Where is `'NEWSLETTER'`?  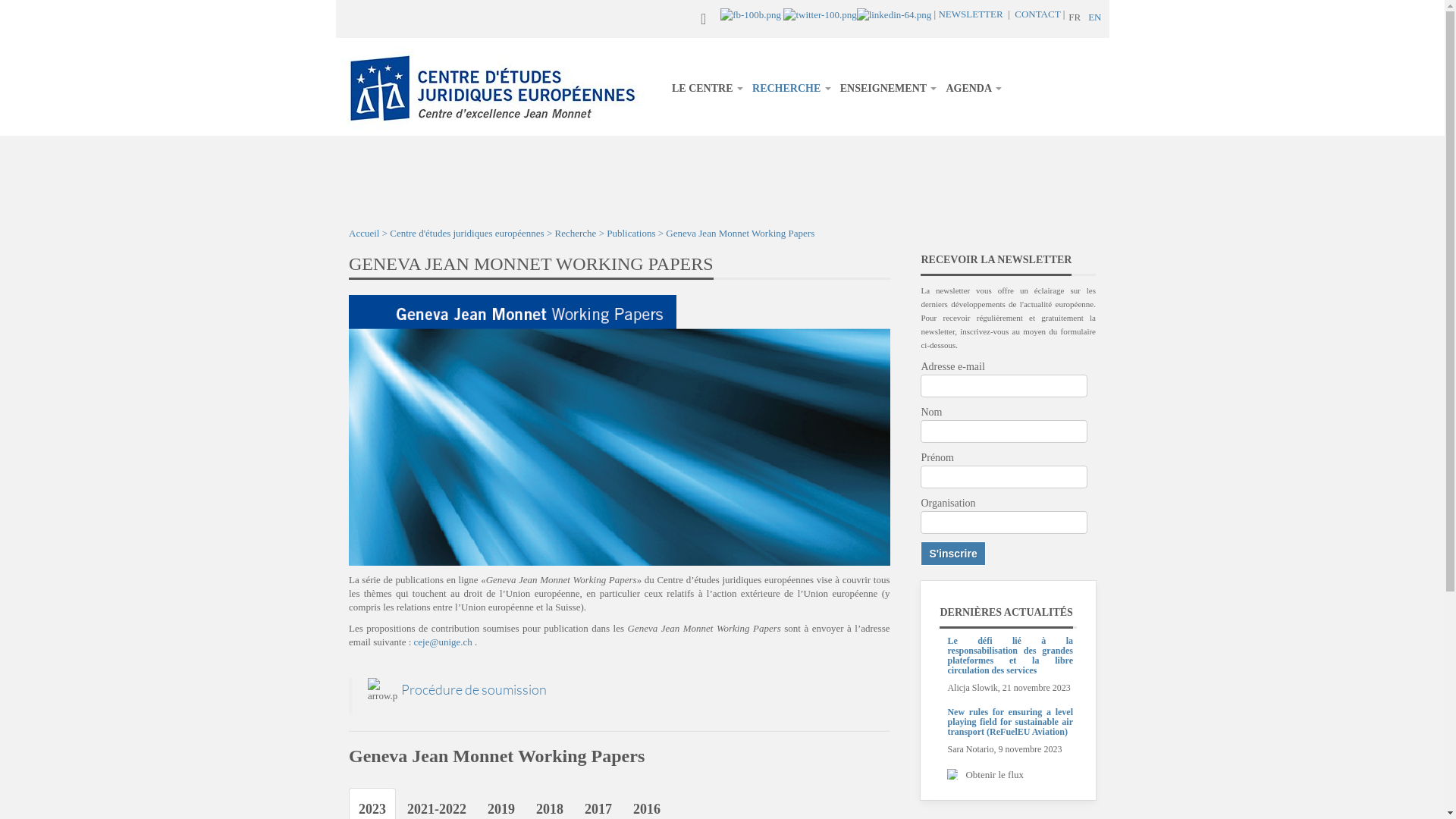 'NEWSLETTER' is located at coordinates (969, 14).